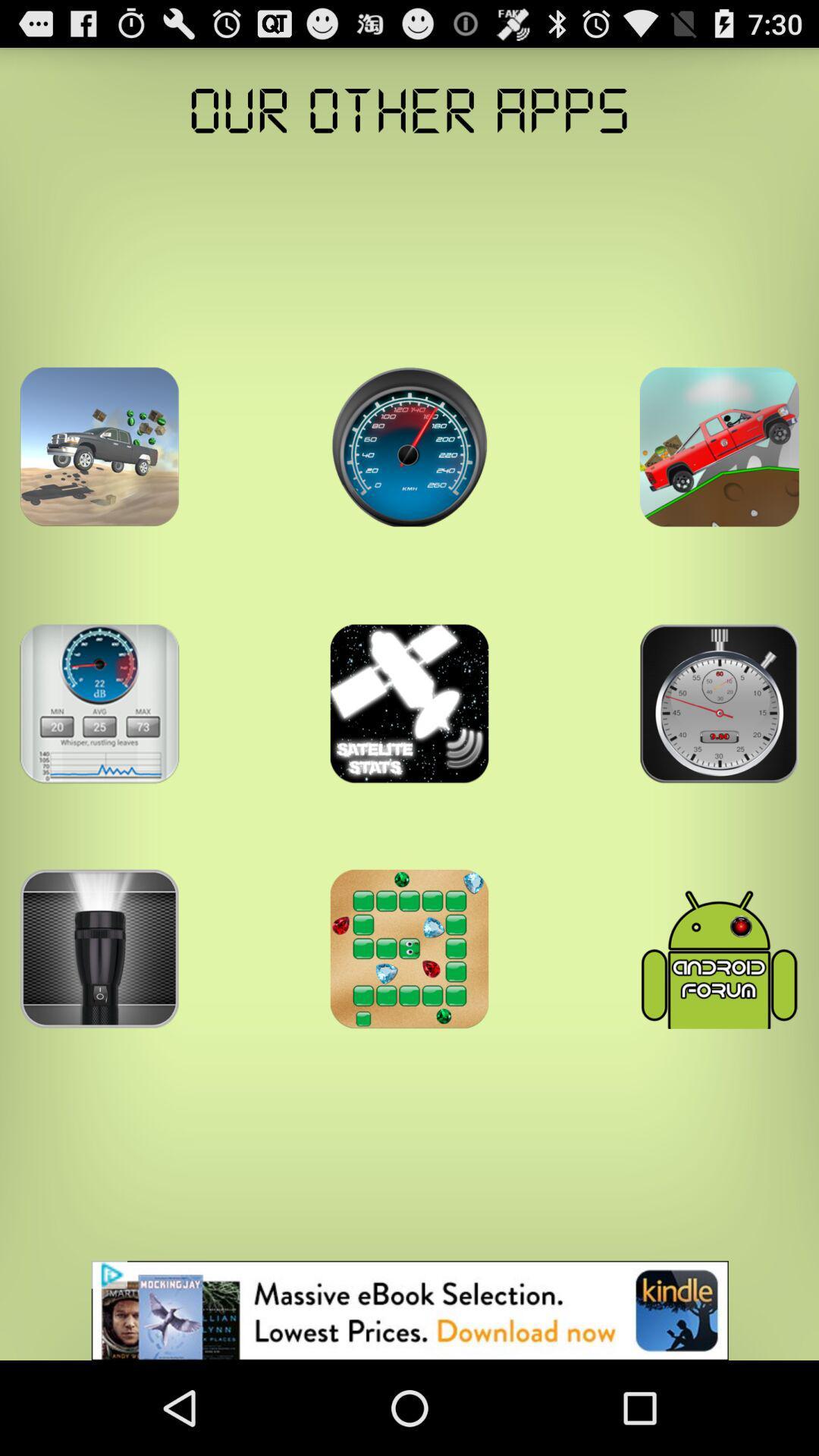 The height and width of the screenshot is (1456, 819). Describe the element at coordinates (409, 1310) in the screenshot. I see `visit sponsor advertisement` at that location.